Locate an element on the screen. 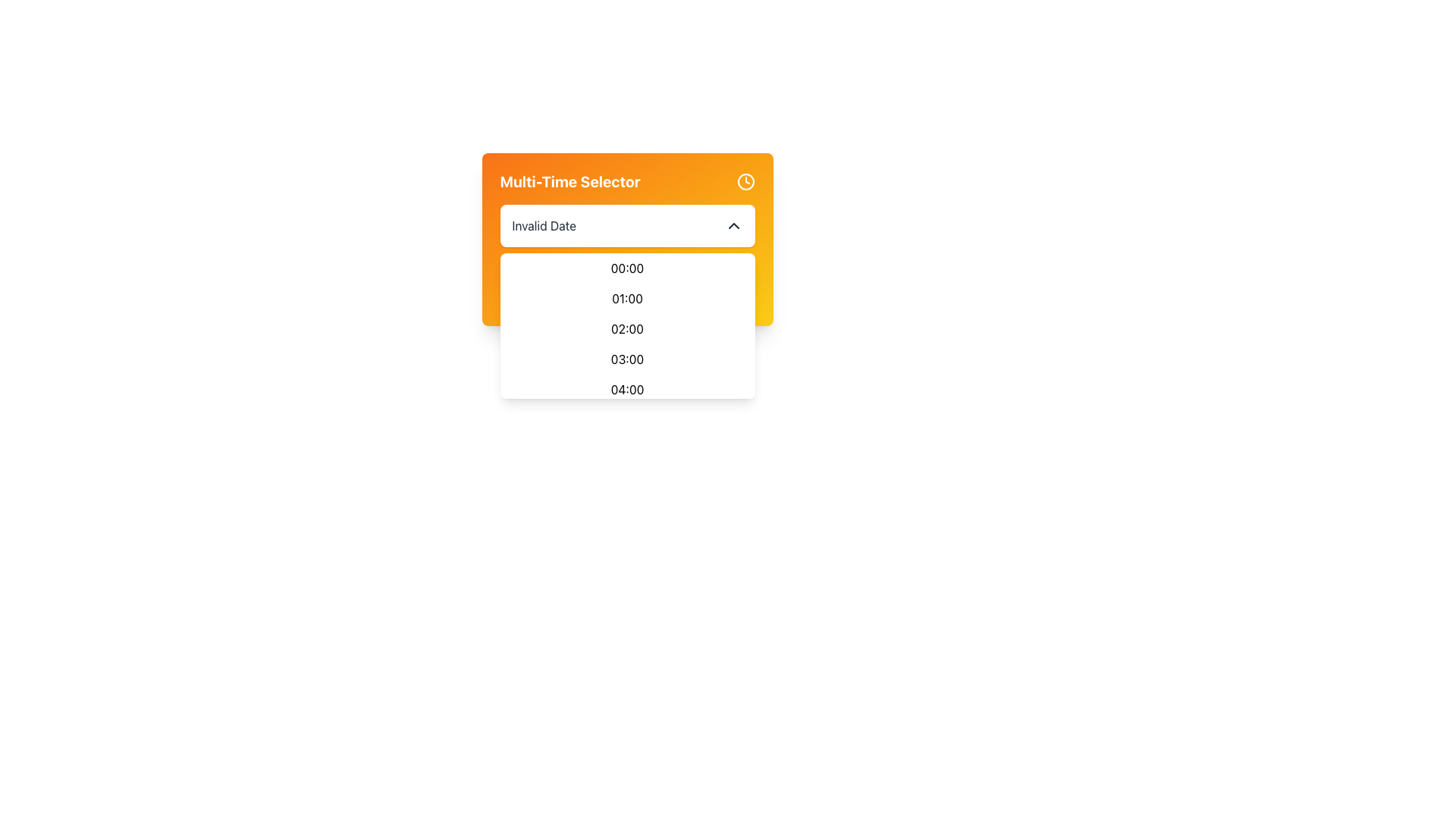 Image resolution: width=1456 pixels, height=819 pixels. the time selection dropdown options below the 'Multi-Time Selector' header is located at coordinates (627, 331).